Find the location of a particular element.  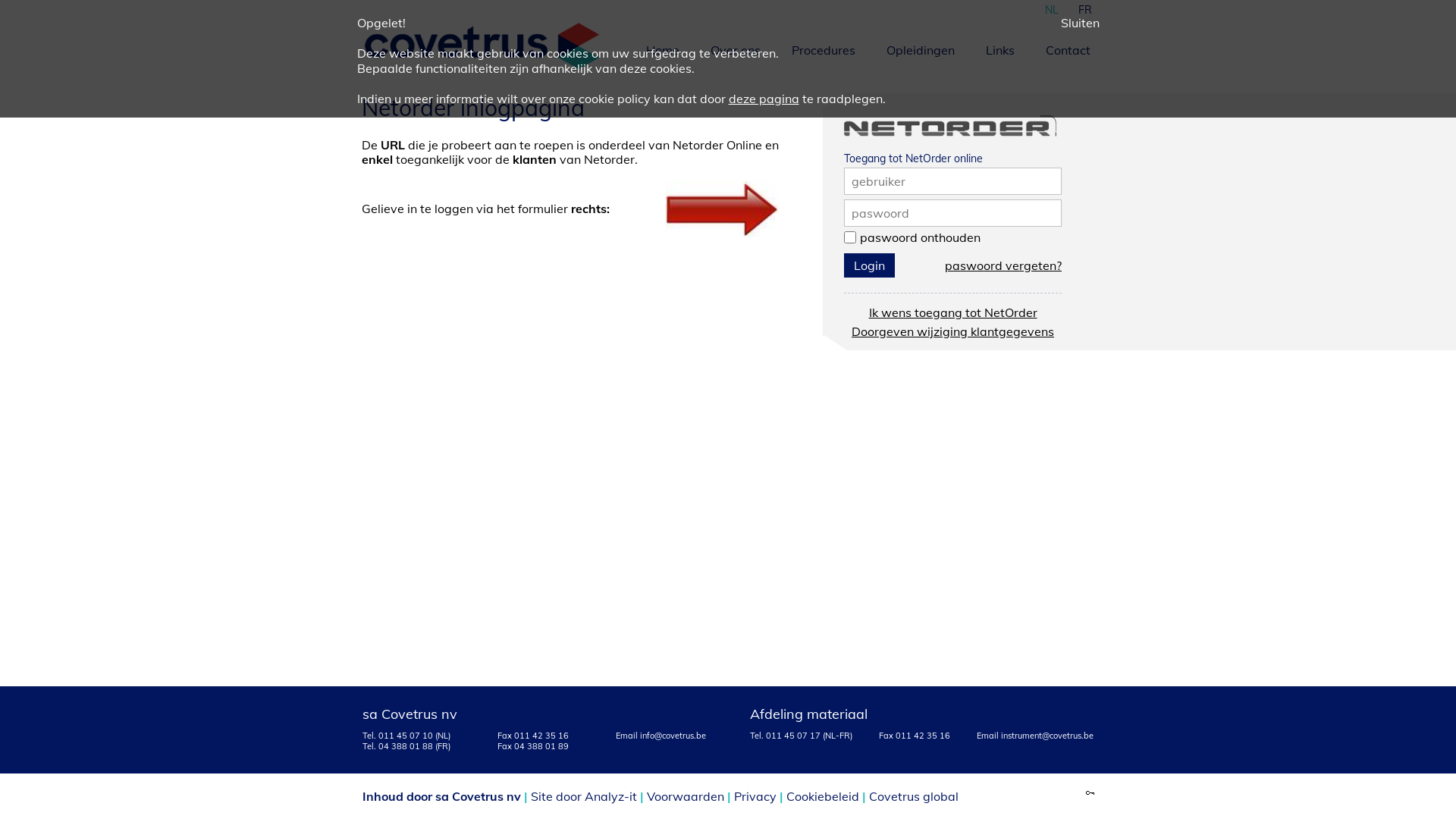

'FR' is located at coordinates (1084, 8).